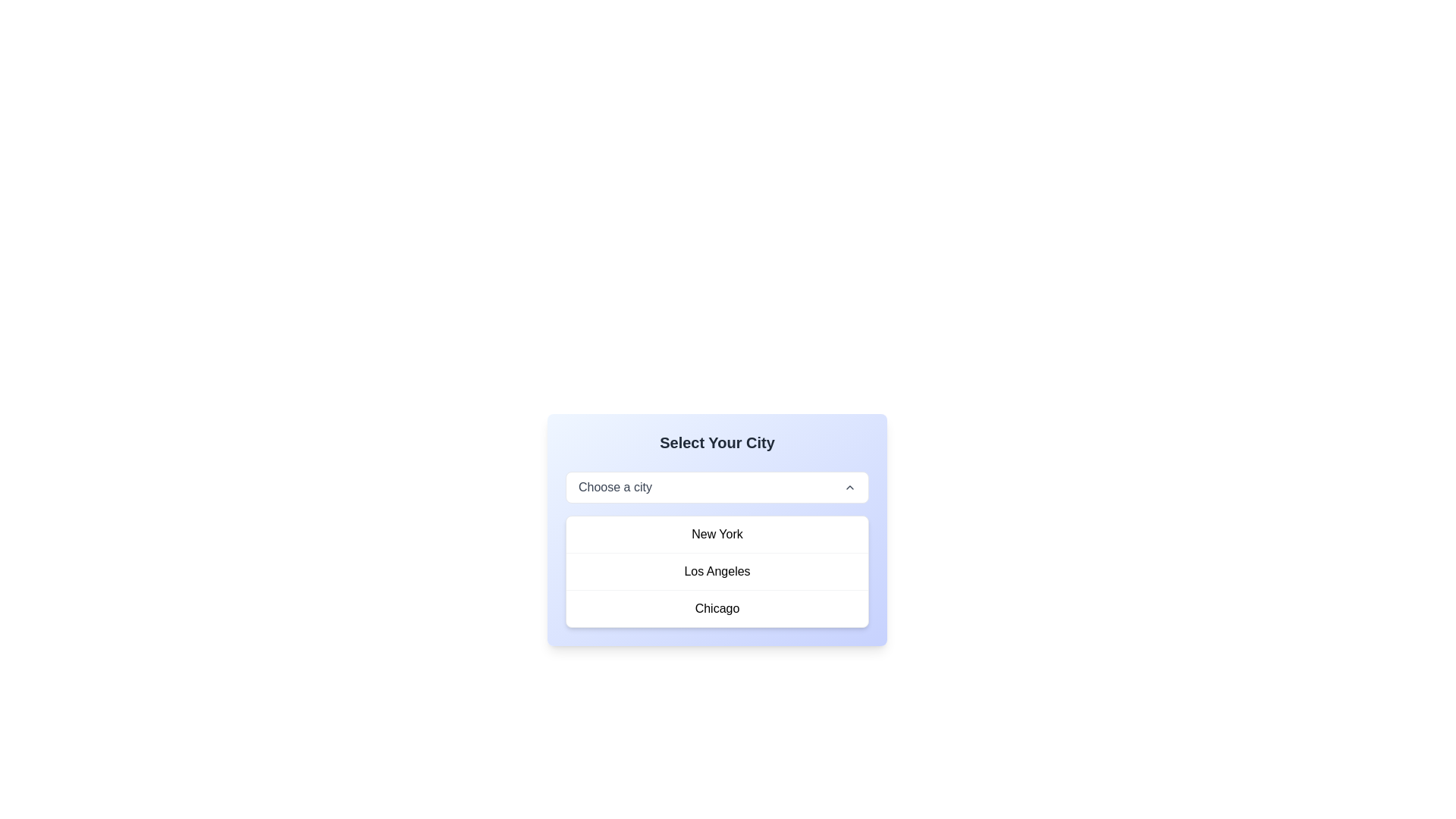  I want to click on the text label 'Choose a city' located within the dropdown menu interface, which is aligned with a dropdown arrow icon on the far right, so click(615, 488).